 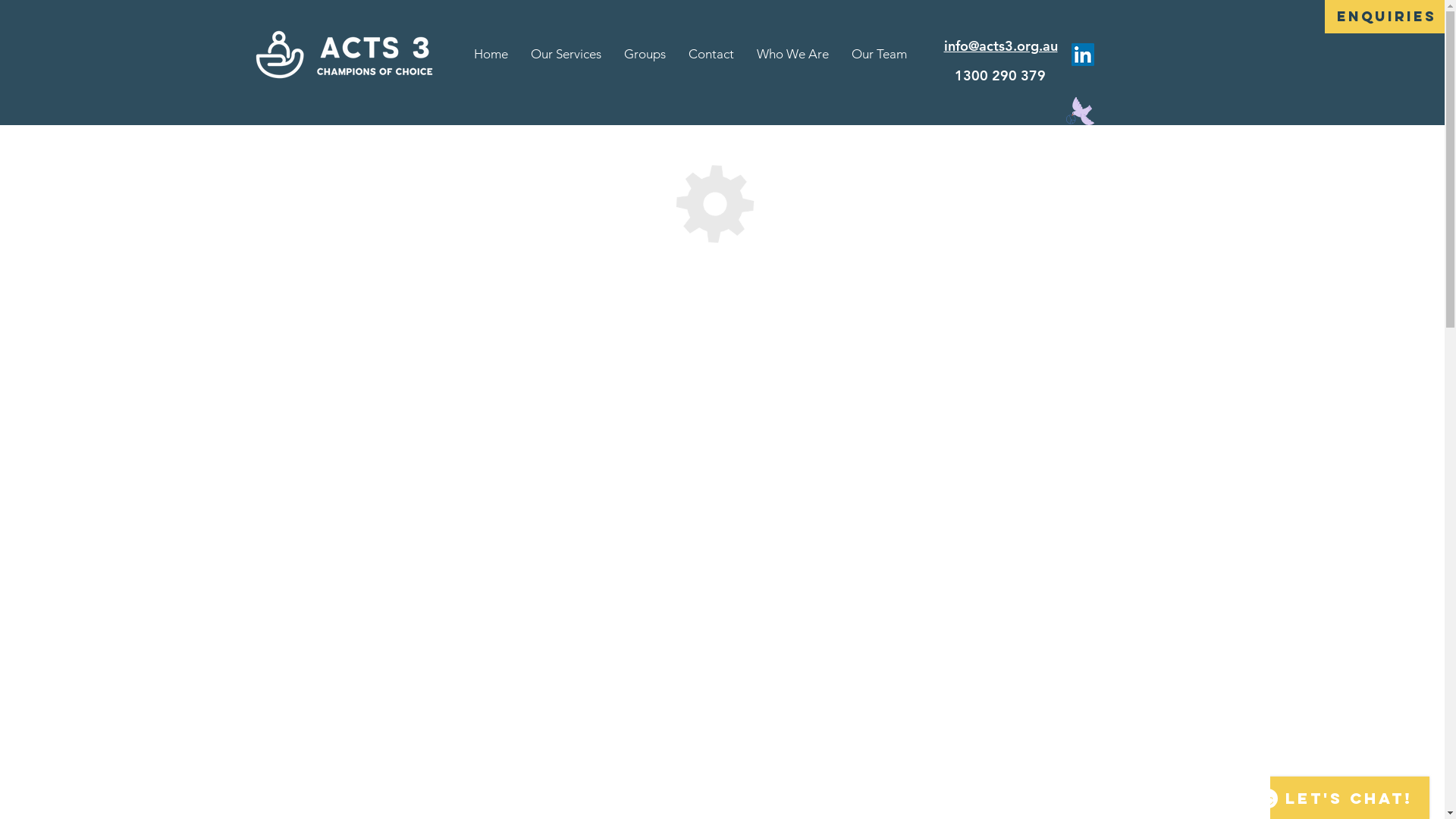 What do you see at coordinates (710, 53) in the screenshot?
I see `'Contact'` at bounding box center [710, 53].